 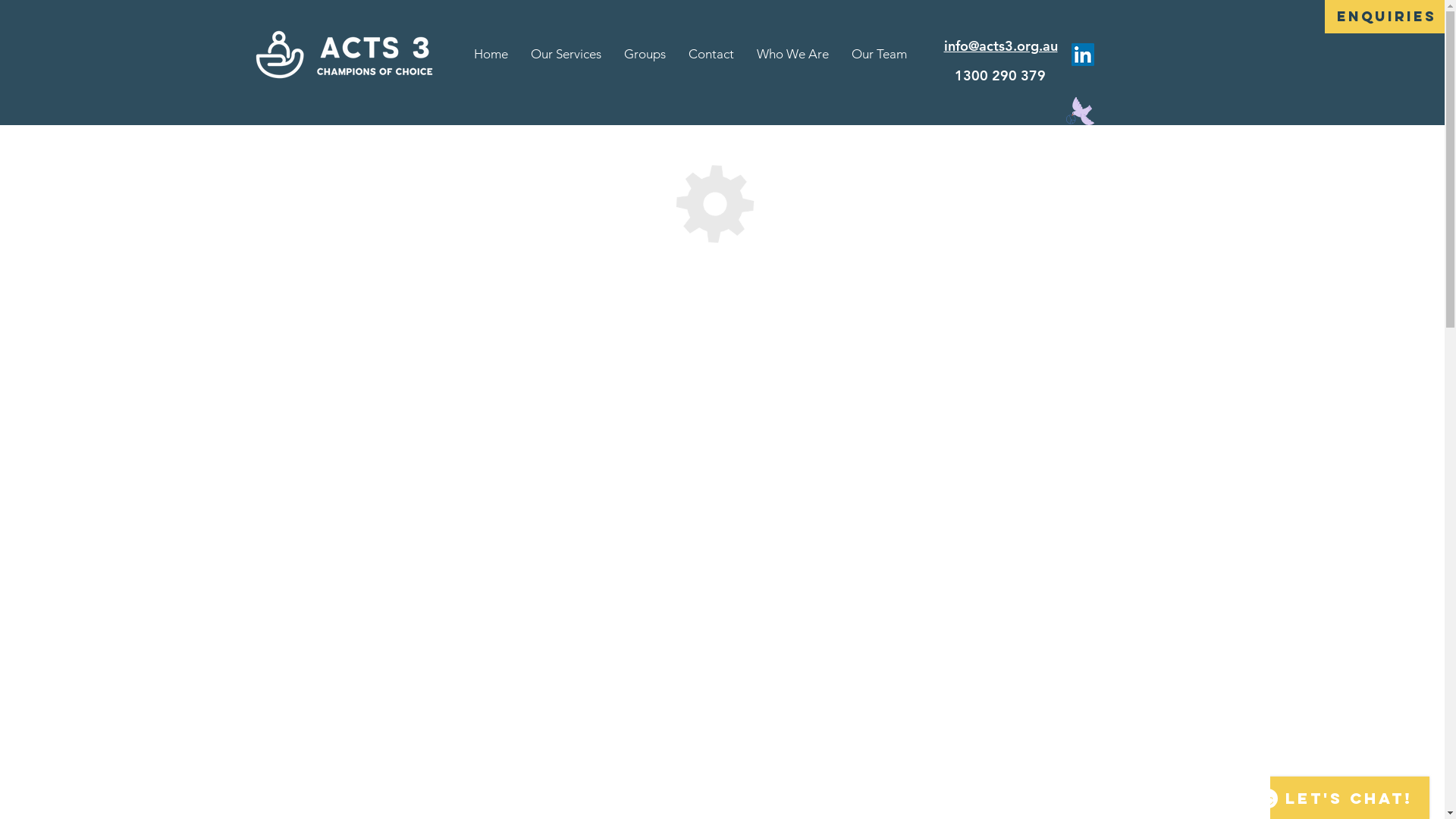 What do you see at coordinates (710, 53) in the screenshot?
I see `'Contact'` at bounding box center [710, 53].